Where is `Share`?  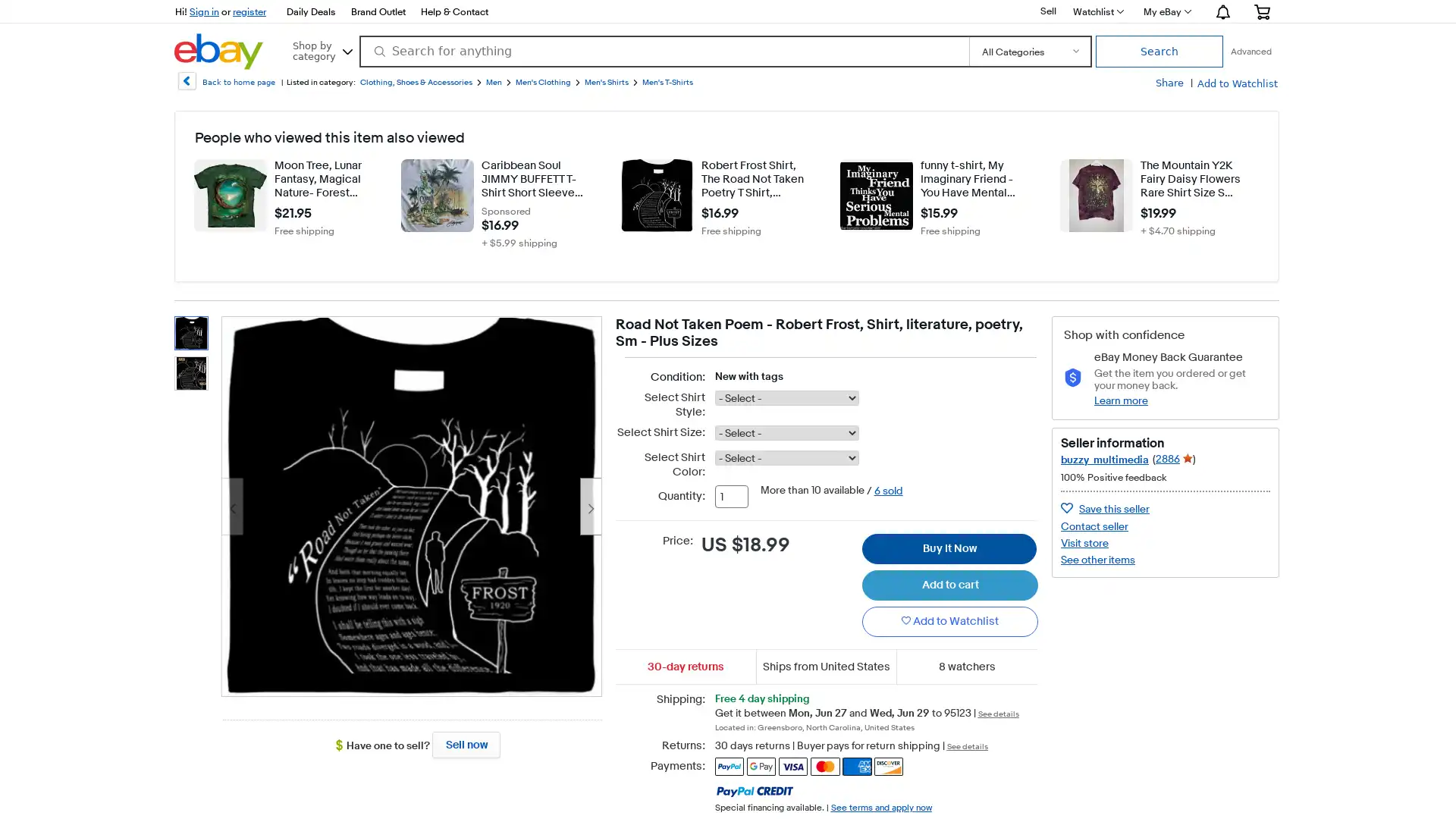 Share is located at coordinates (1169, 83).